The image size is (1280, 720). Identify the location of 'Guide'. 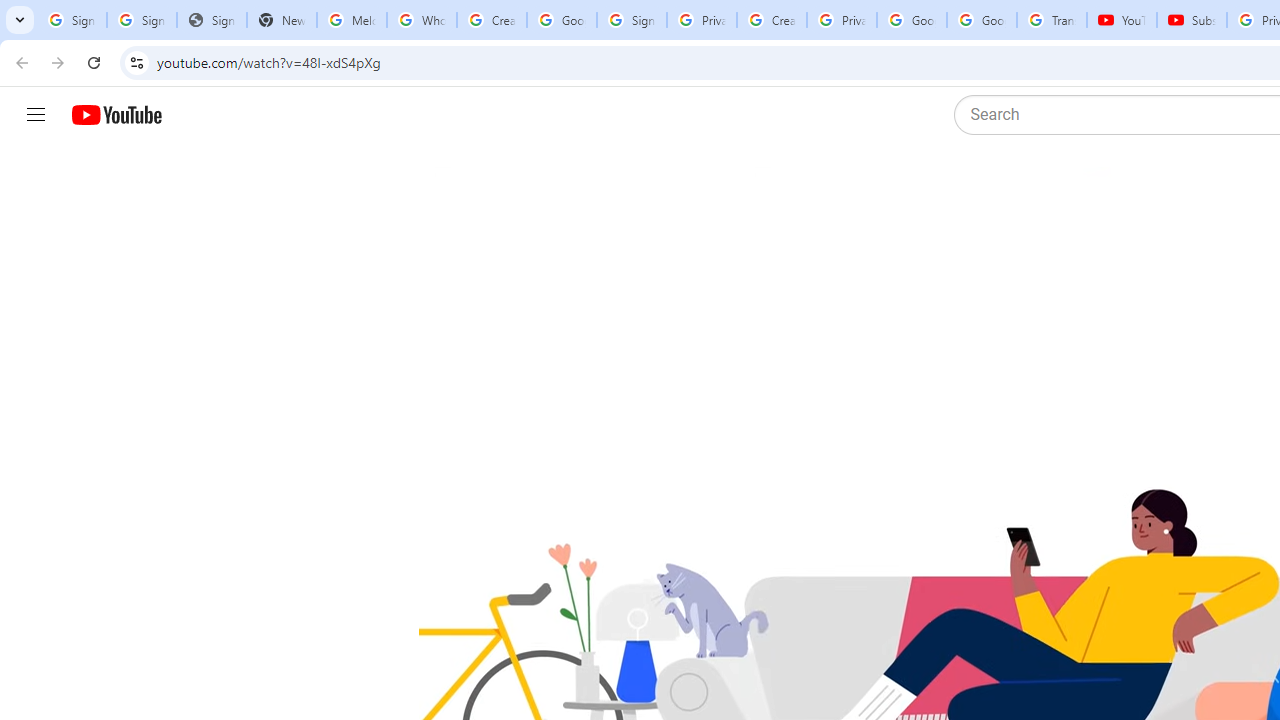
(35, 115).